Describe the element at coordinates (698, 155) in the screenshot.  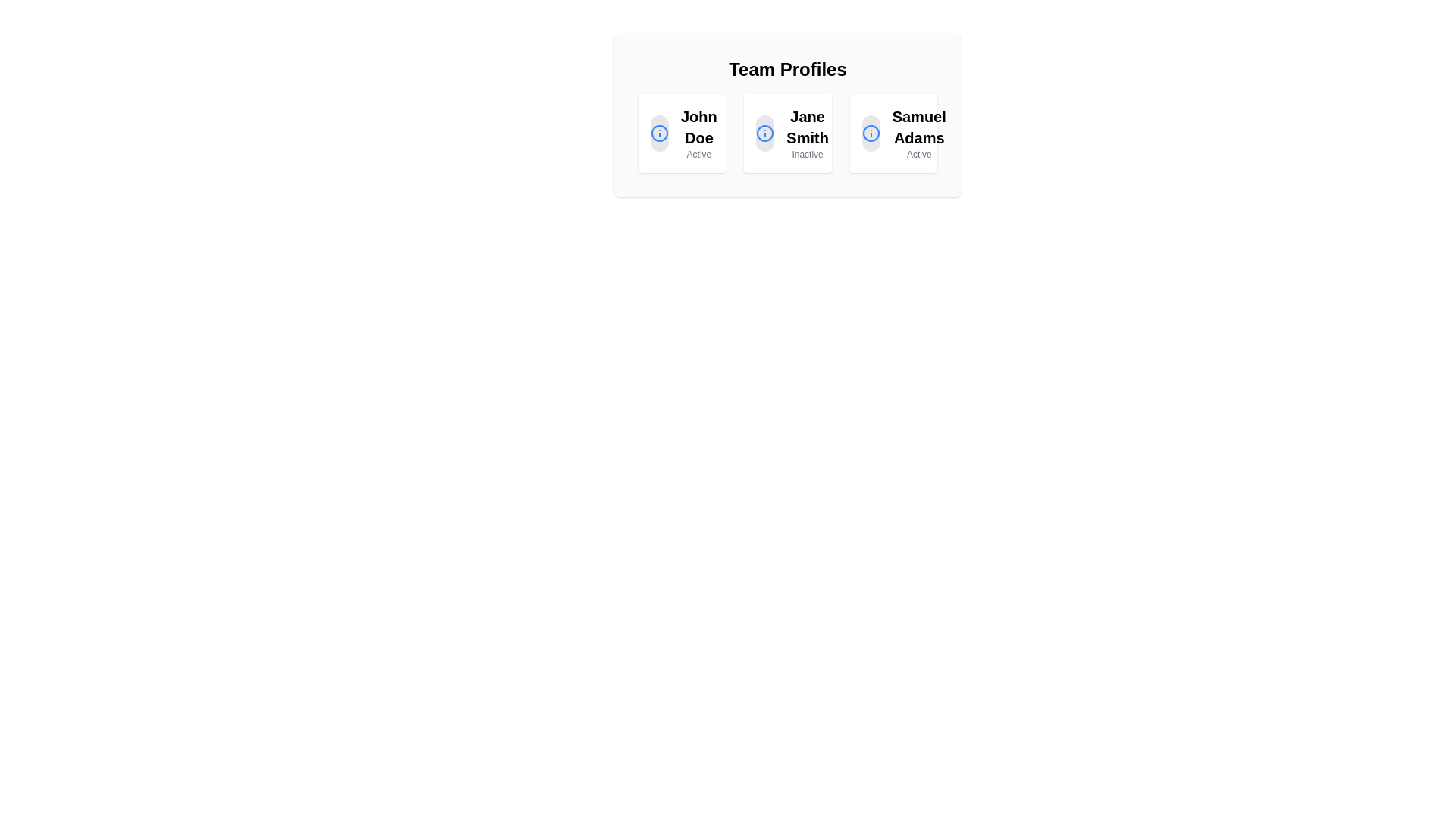
I see `text label element displaying 'Active' which is located below the name 'John Doe' in the 'Team Profiles' section` at that location.